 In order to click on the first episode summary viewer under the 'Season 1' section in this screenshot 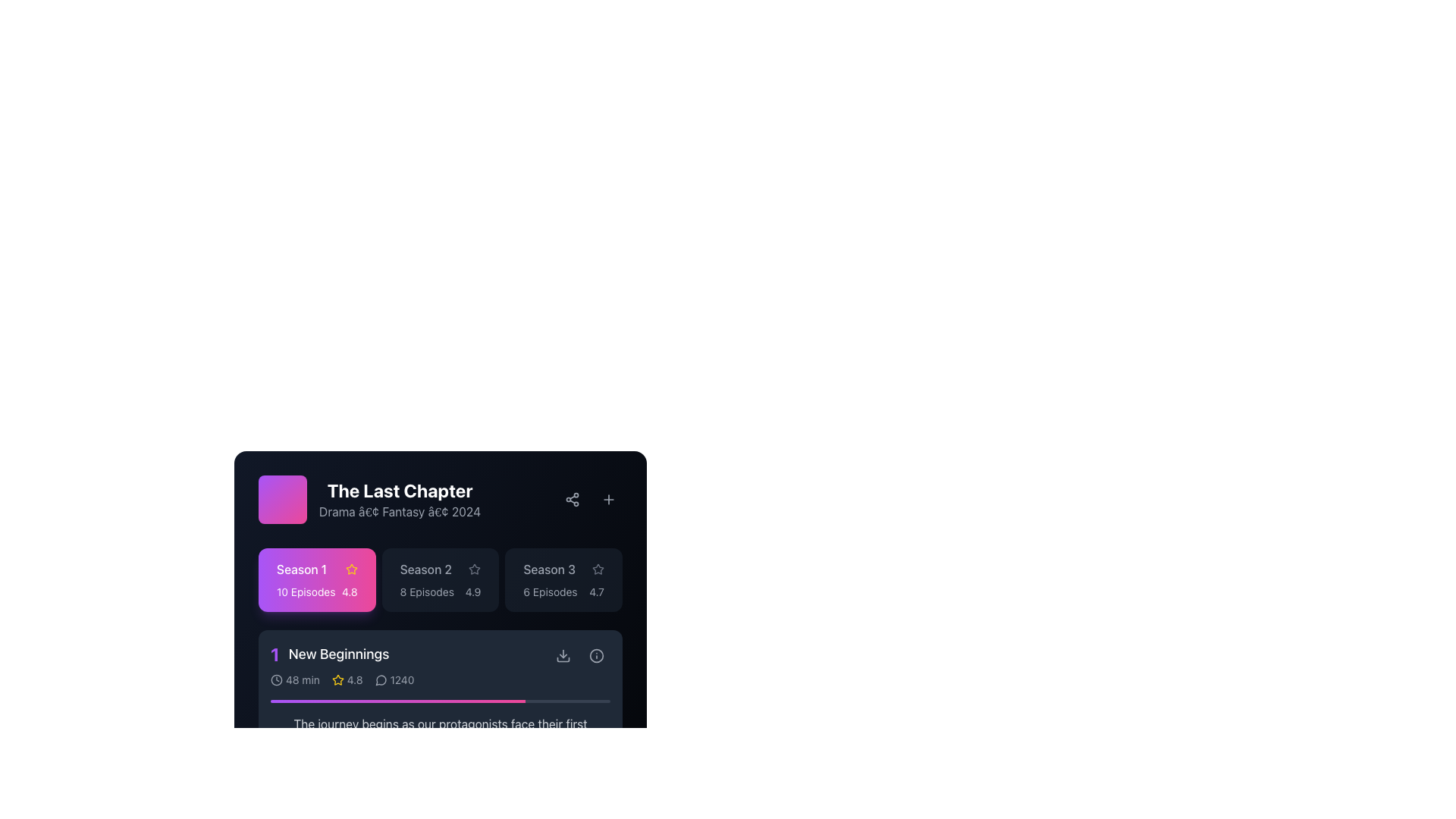, I will do `click(439, 664)`.